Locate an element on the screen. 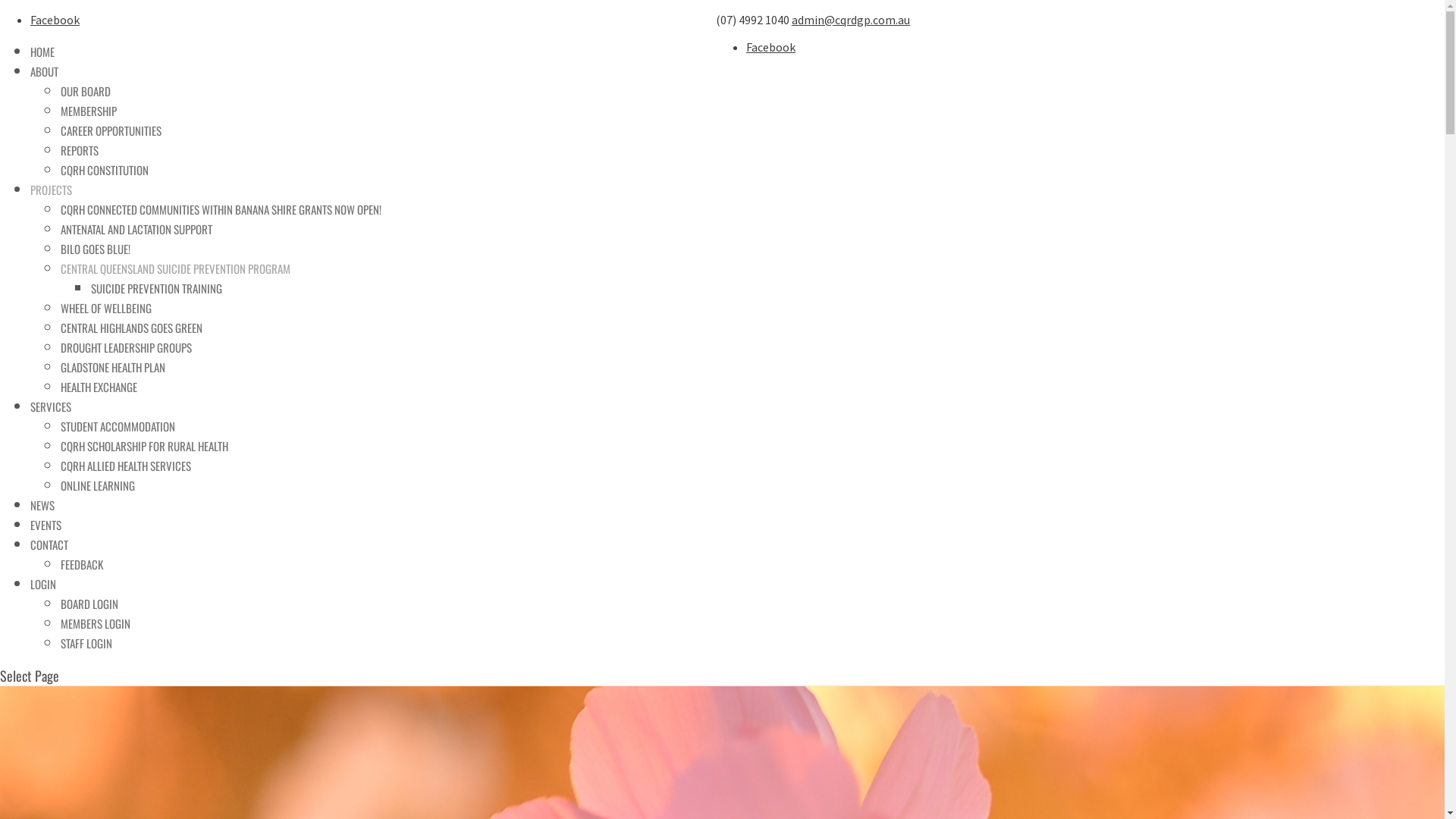 This screenshot has width=1456, height=819. 'WHEEL OF WELLBEING' is located at coordinates (105, 307).